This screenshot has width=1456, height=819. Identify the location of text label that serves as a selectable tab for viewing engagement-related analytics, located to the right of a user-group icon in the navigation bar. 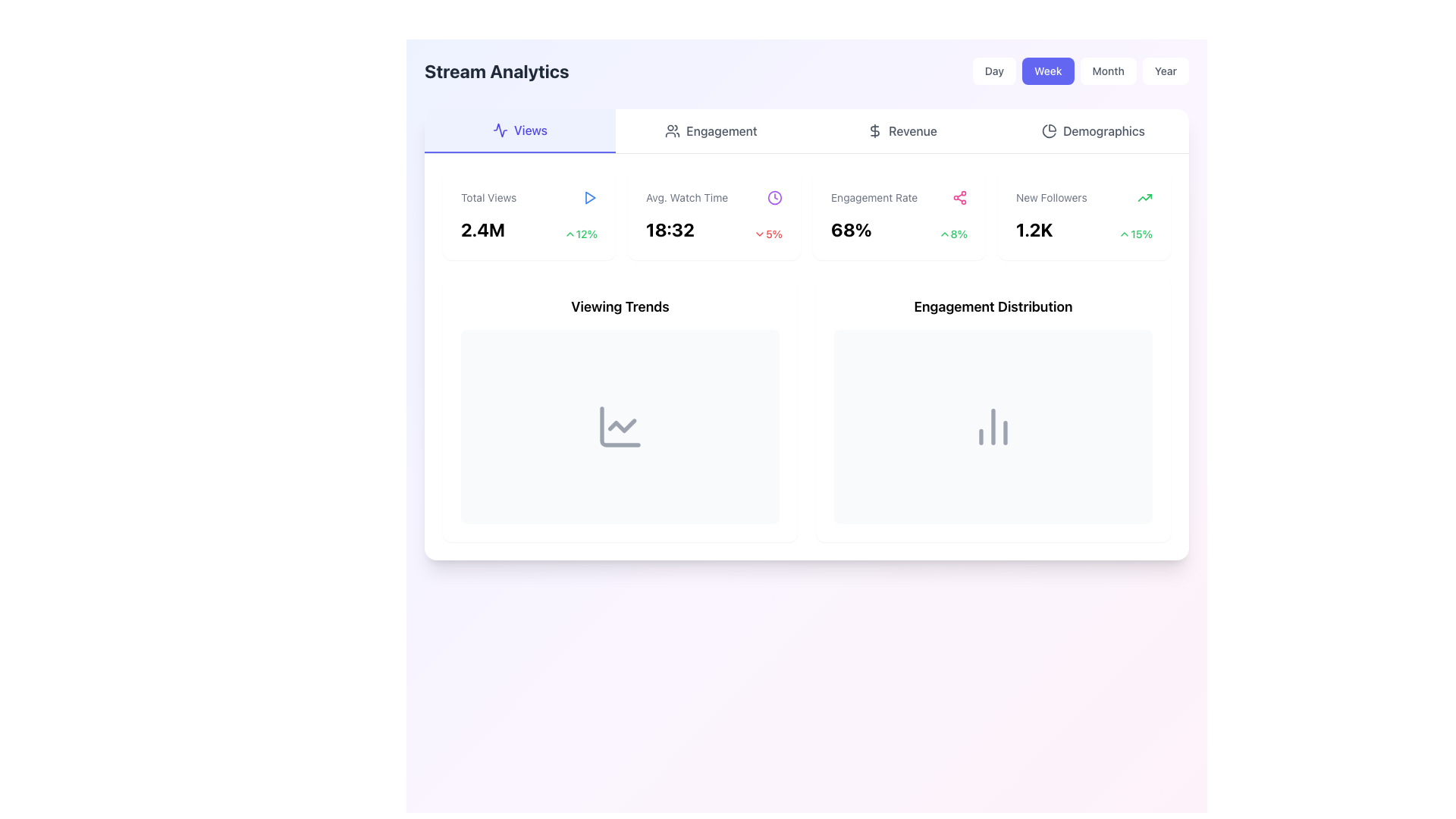
(720, 130).